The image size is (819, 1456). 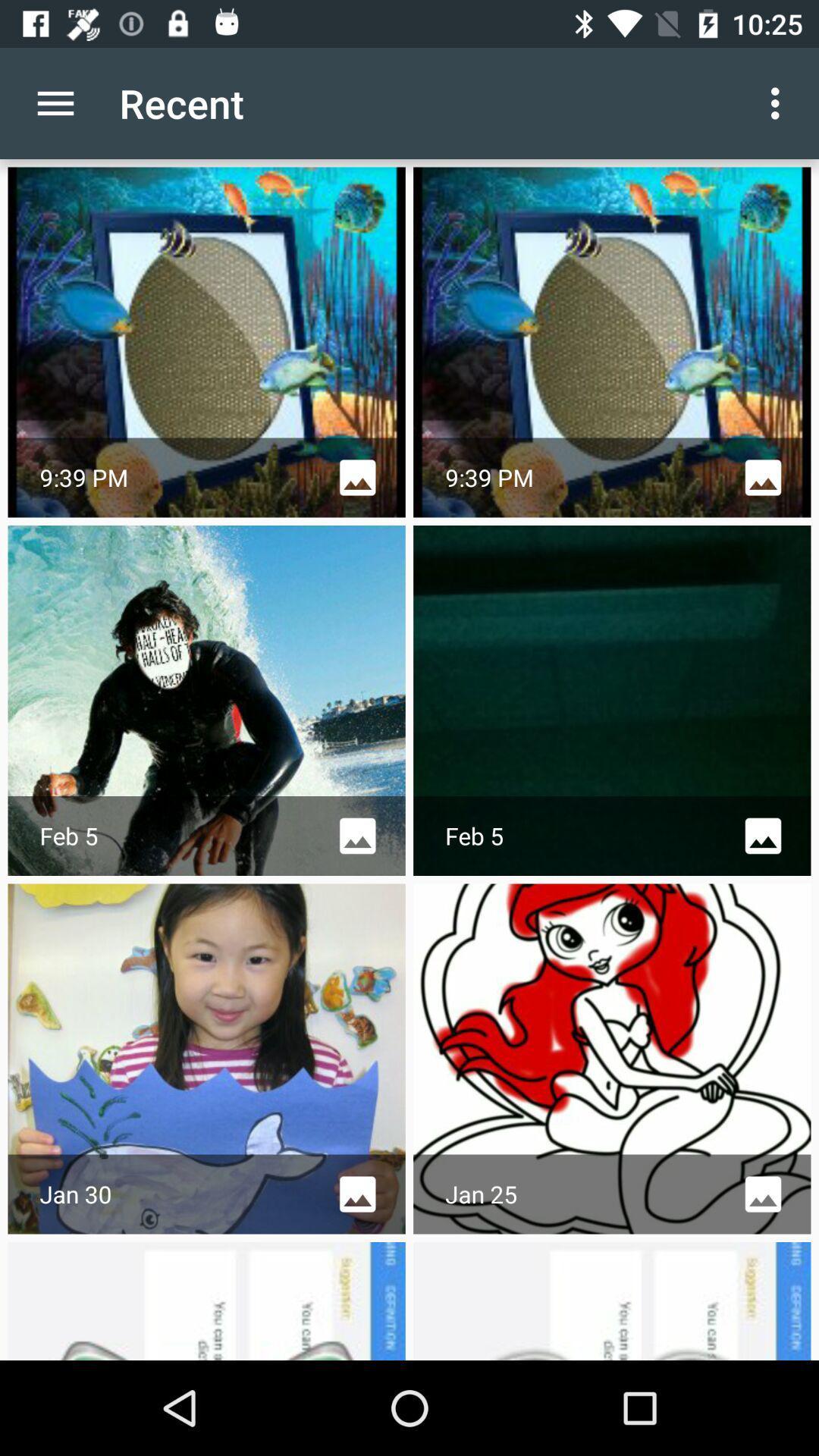 I want to click on the customize and control icon, so click(x=779, y=103).